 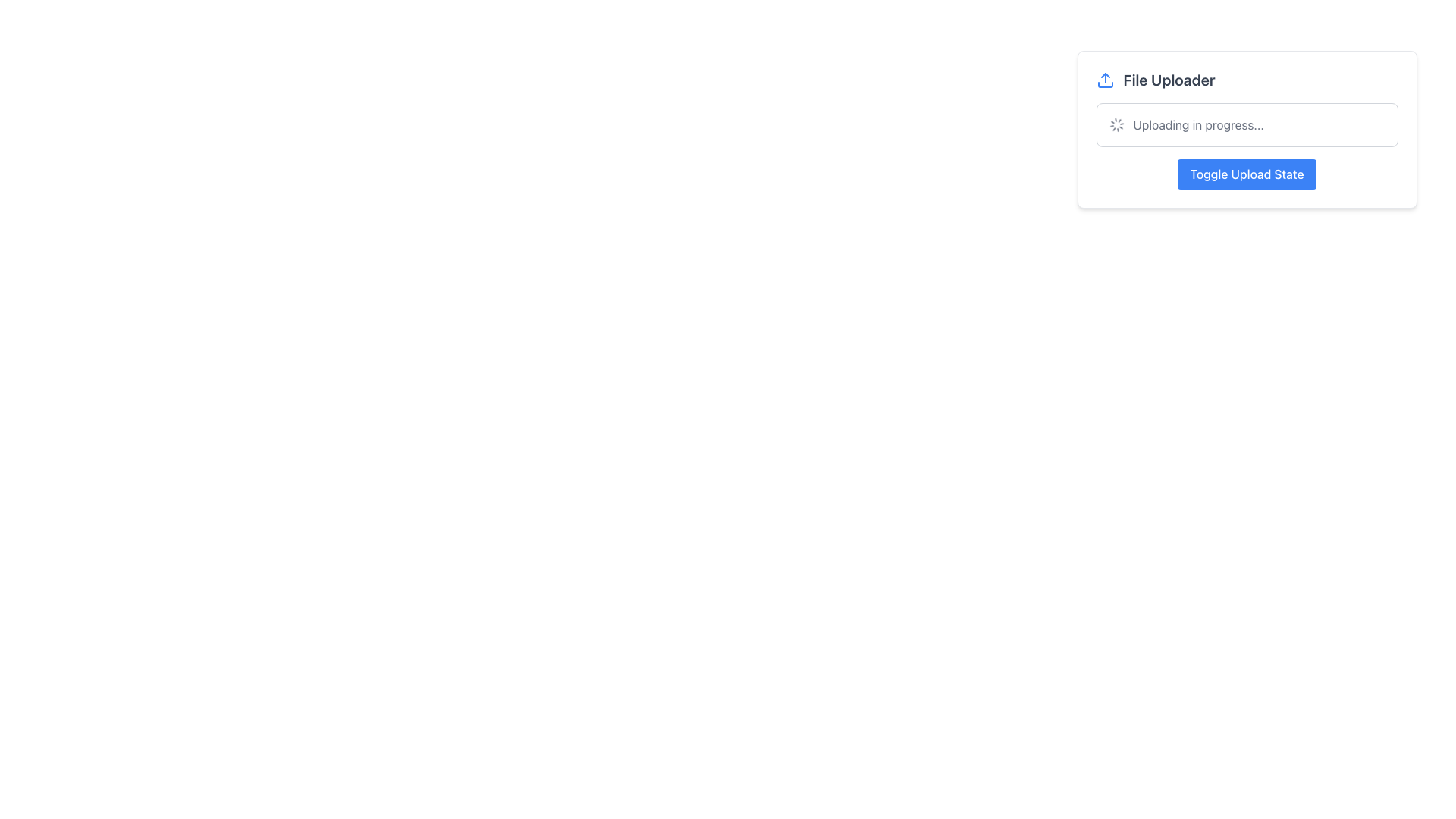 I want to click on the informational text element with an icon located below the 'File Uploader' title and above the 'Toggle Upload State' button, so click(x=1247, y=124).